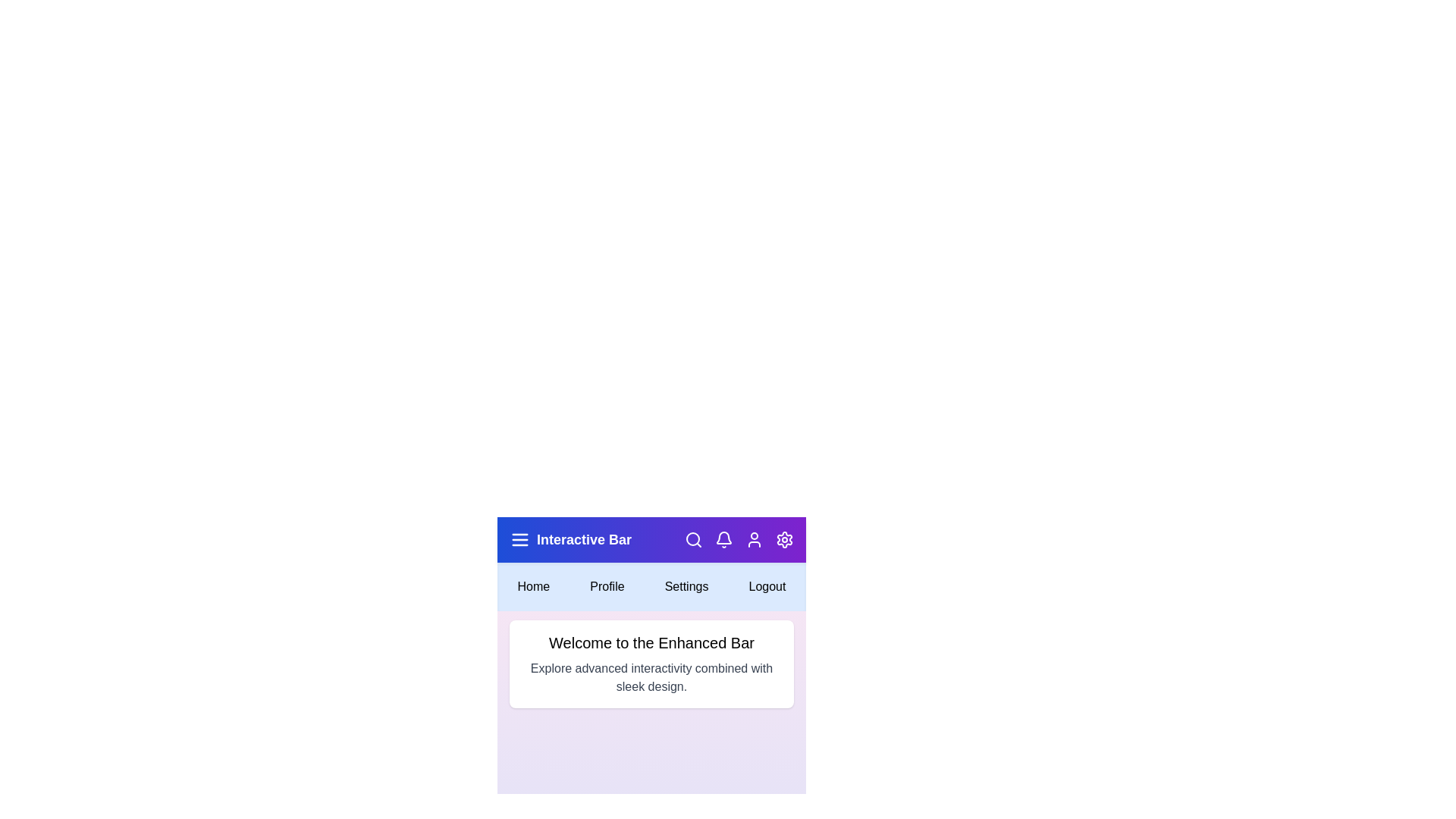 The height and width of the screenshot is (819, 1456). I want to click on the user icon in the app bar, so click(754, 539).